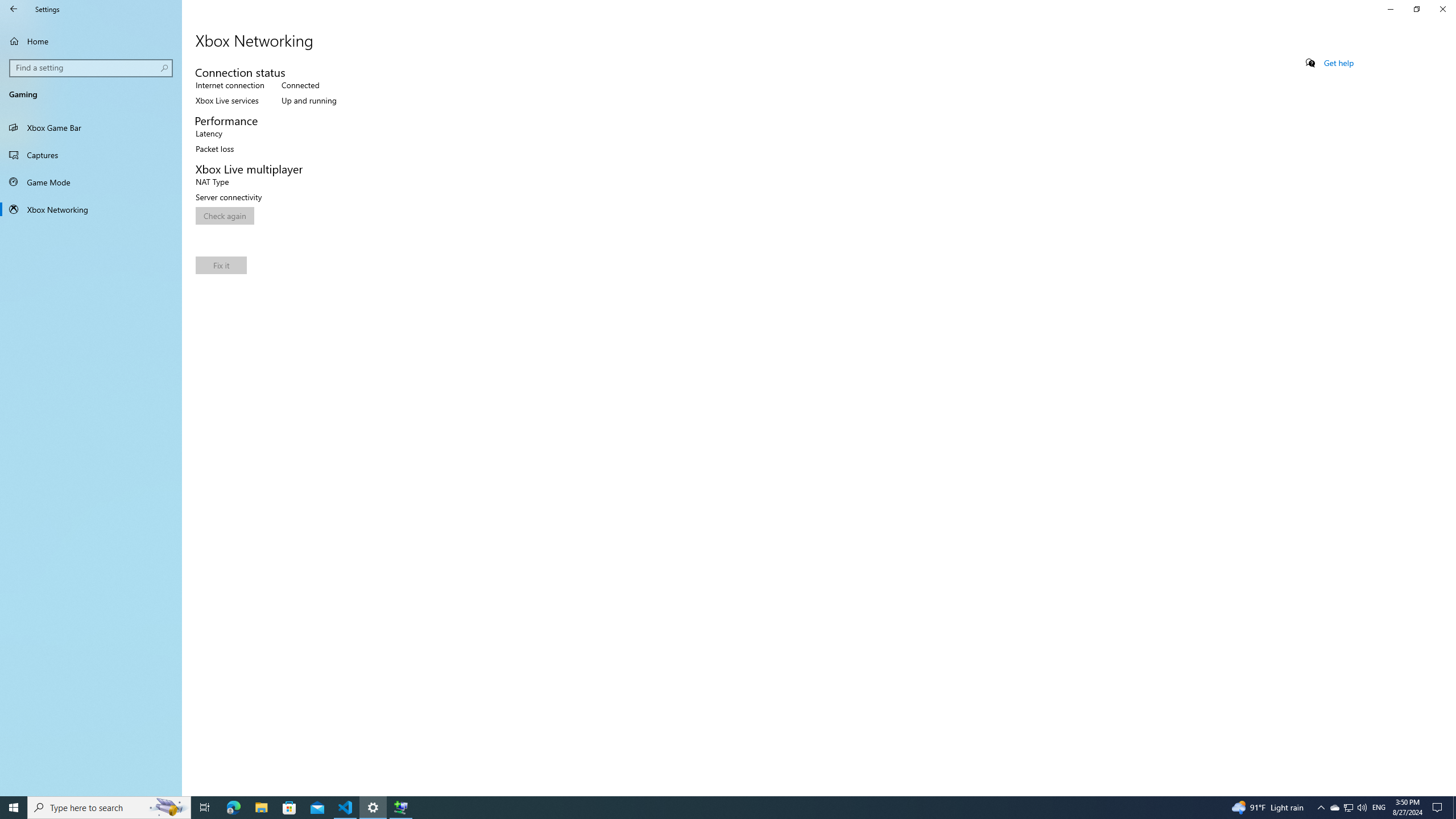  Describe the element at coordinates (91, 67) in the screenshot. I see `'Search box, Find a setting'` at that location.